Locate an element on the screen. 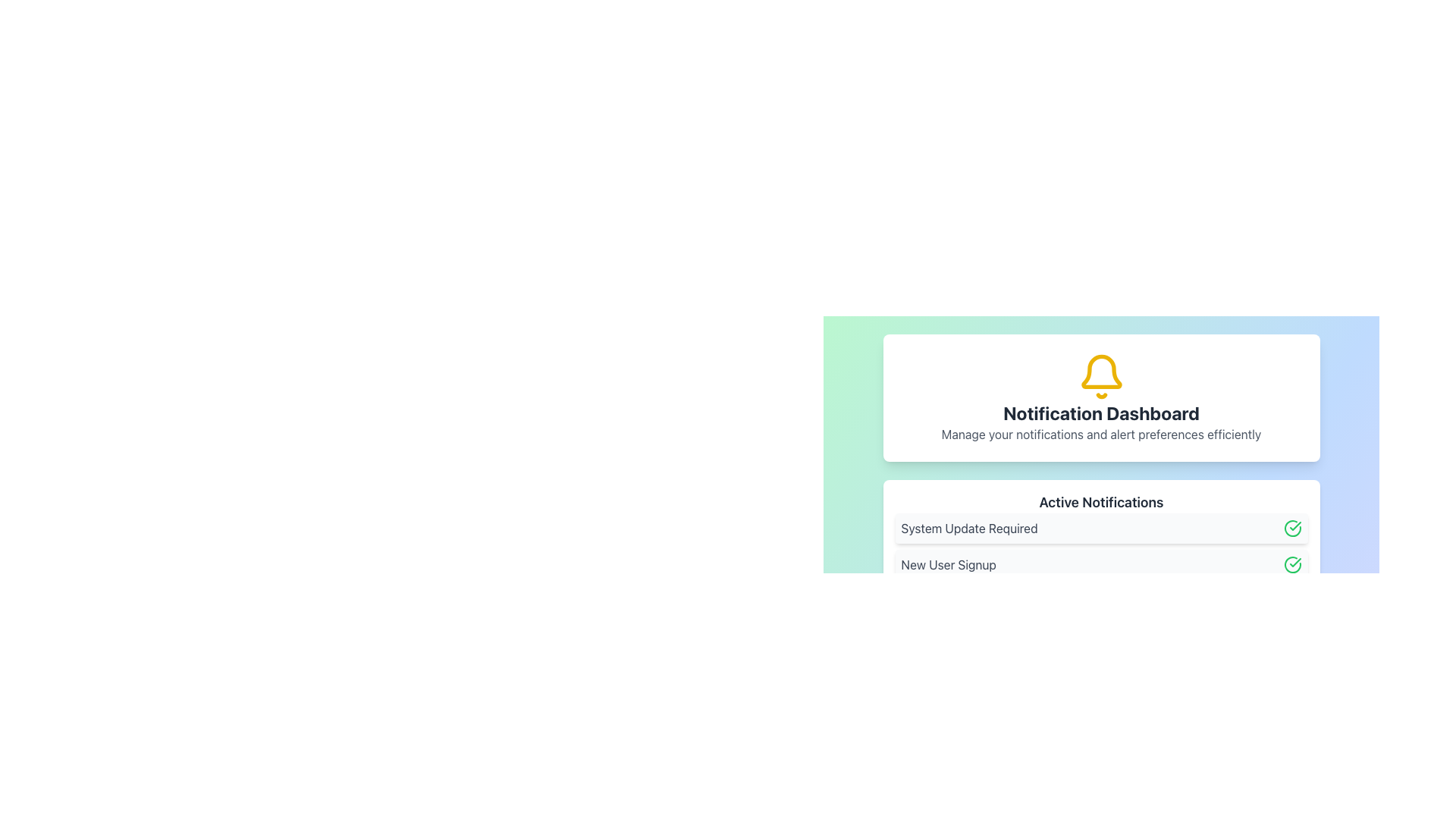 The width and height of the screenshot is (1456, 819). the 'Notification Dashboard' static text header element, which is centrally positioned within a white rounded rectangle card and is bold with dark gray color, located below the yellow notification bell icon is located at coordinates (1101, 413).